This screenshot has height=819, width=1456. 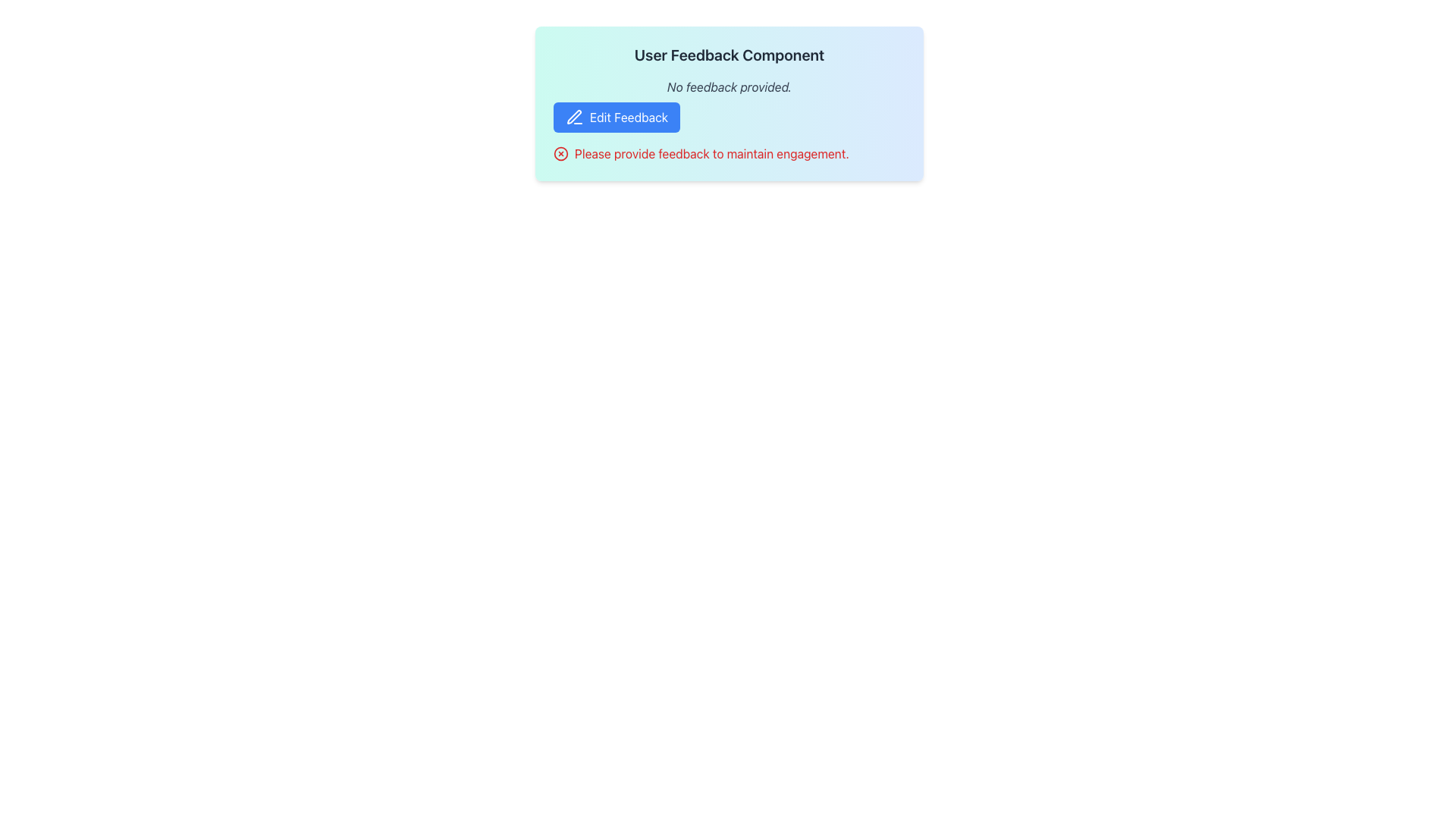 I want to click on the prominently styled red text stating 'Please provide feedback to maintain engagement.' which is located in the bottom part of the panel to the right of a circular icon with a cross, so click(x=711, y=154).